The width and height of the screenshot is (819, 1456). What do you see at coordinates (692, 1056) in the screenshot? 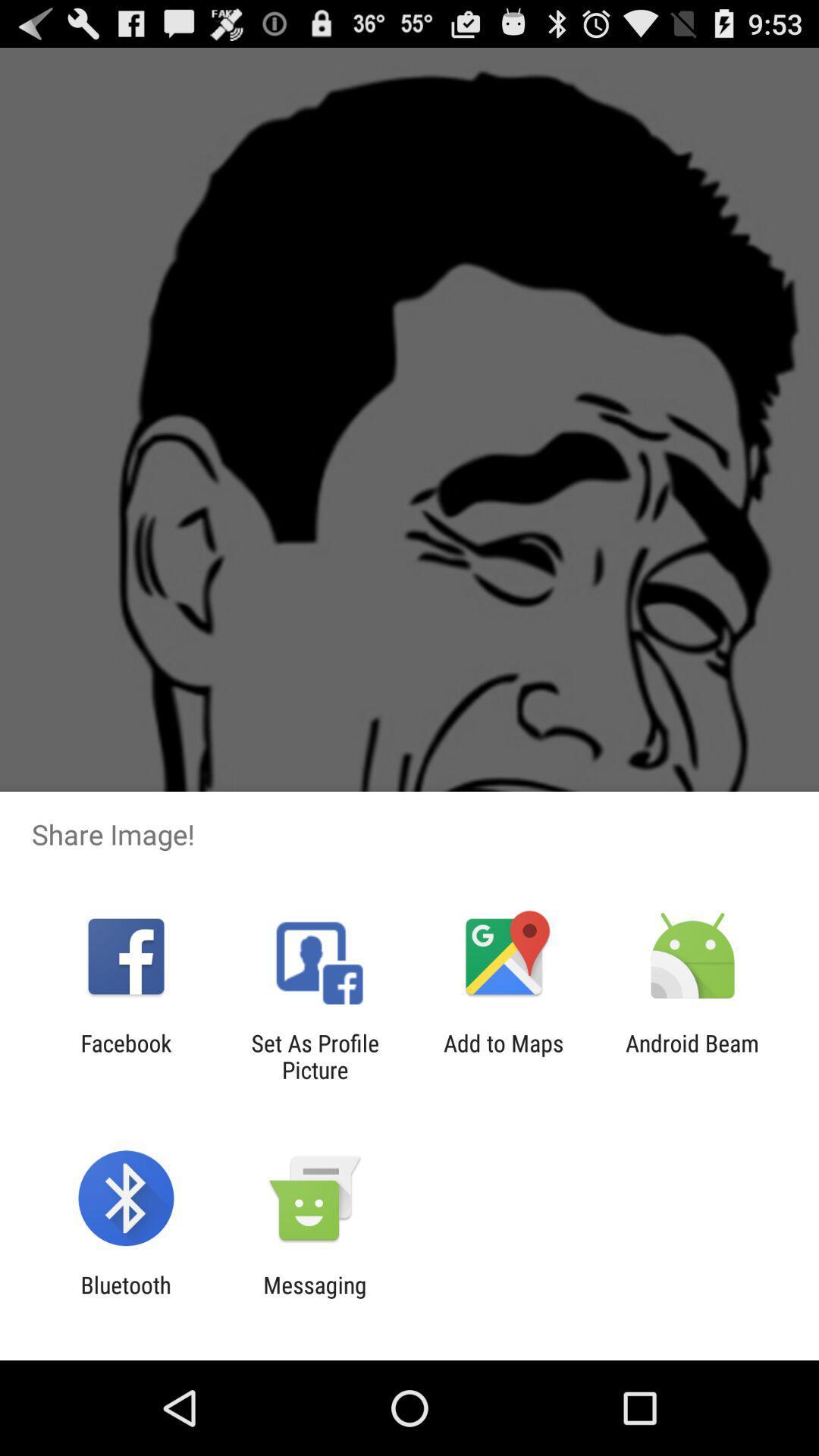
I see `icon to the right of add to maps app` at bounding box center [692, 1056].